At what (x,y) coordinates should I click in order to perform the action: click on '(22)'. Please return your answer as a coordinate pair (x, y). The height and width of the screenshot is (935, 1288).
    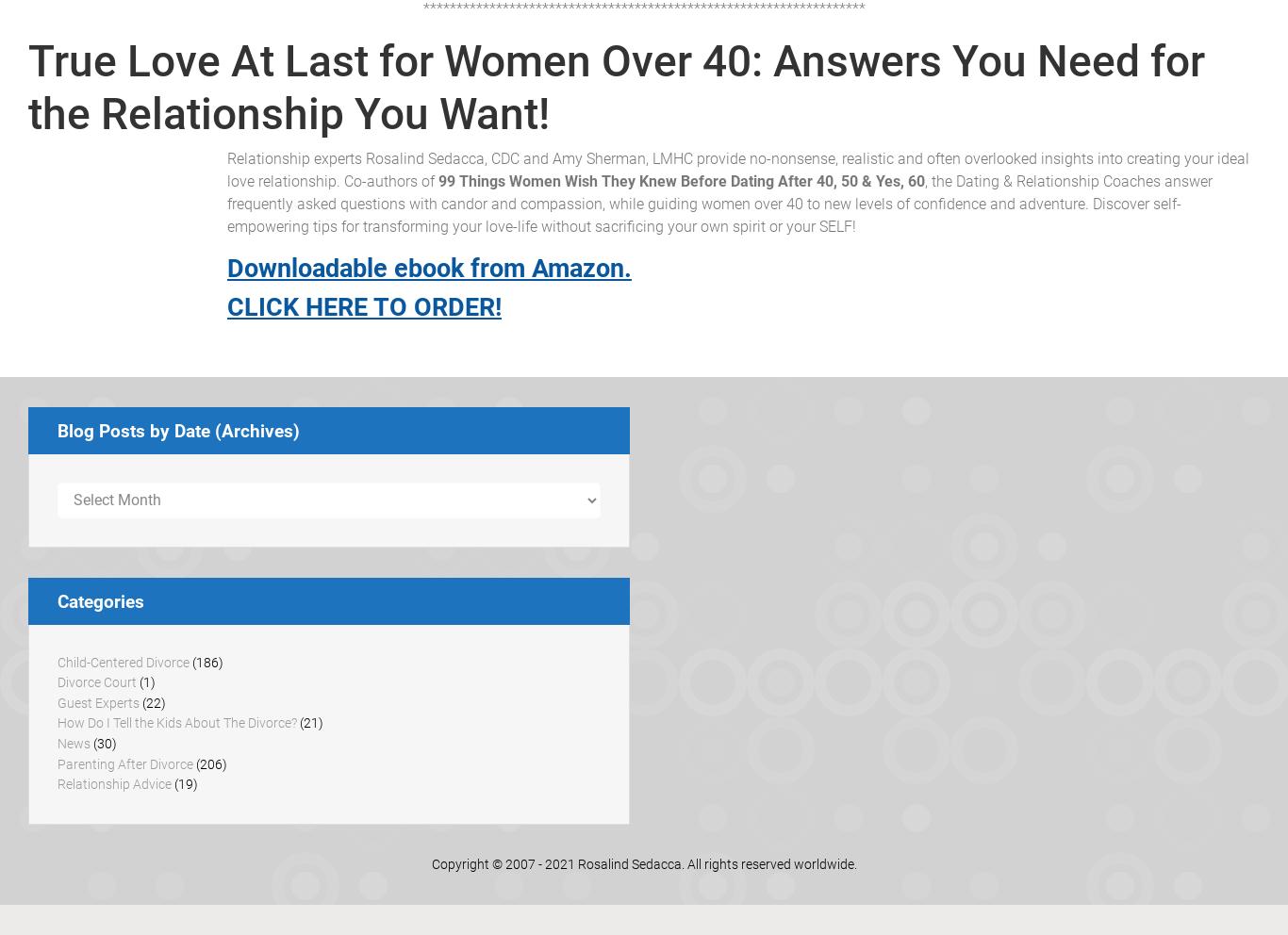
    Looking at the image, I should click on (152, 701).